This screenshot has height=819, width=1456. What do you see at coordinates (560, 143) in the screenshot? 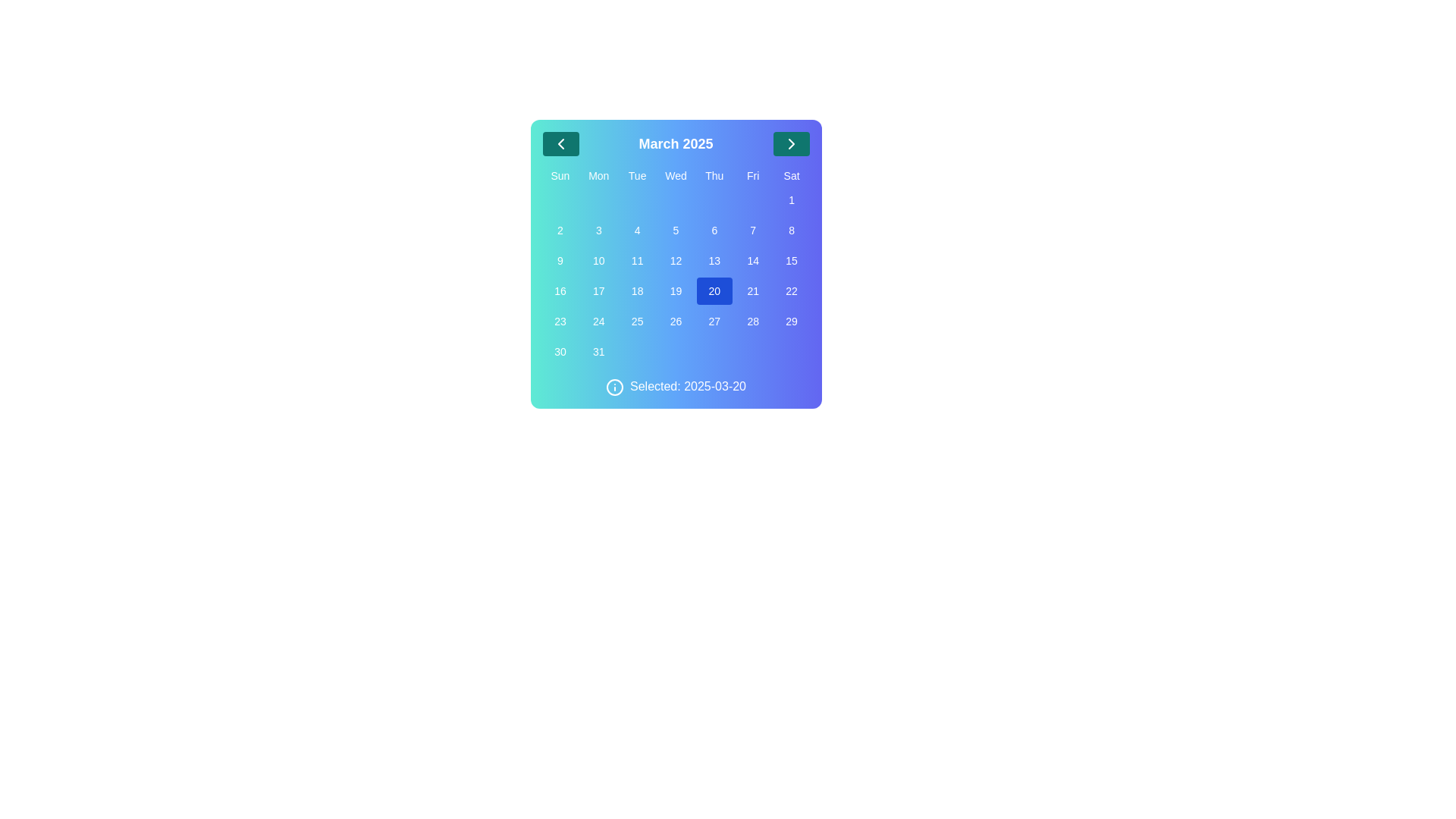
I see `the left-pointing chevron icon button with a teal background located in the top-left corner of the calendar header, adjacent to the 'March 2025' text for accessibility navigation` at bounding box center [560, 143].